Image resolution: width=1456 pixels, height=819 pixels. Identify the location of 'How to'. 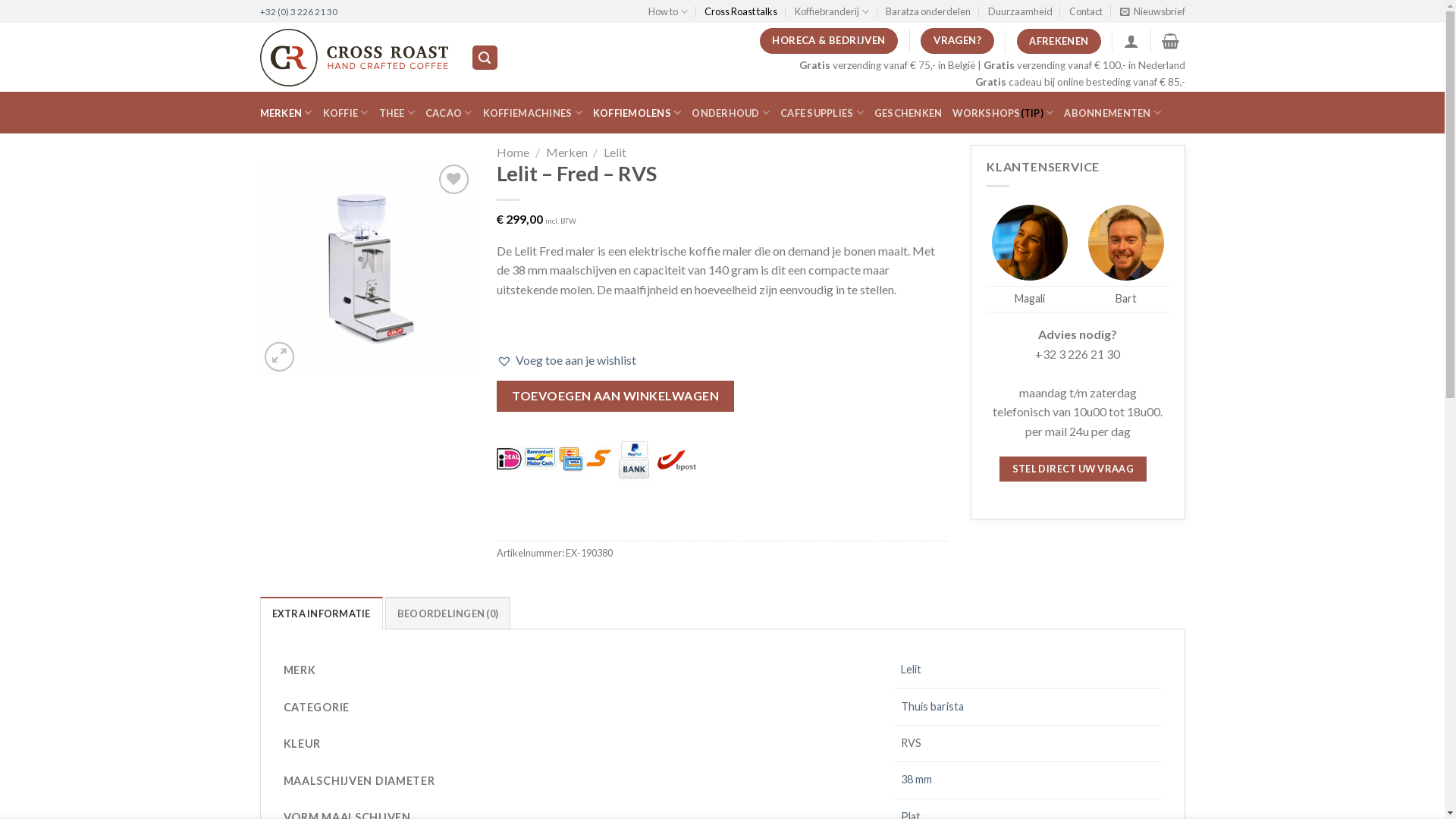
(667, 11).